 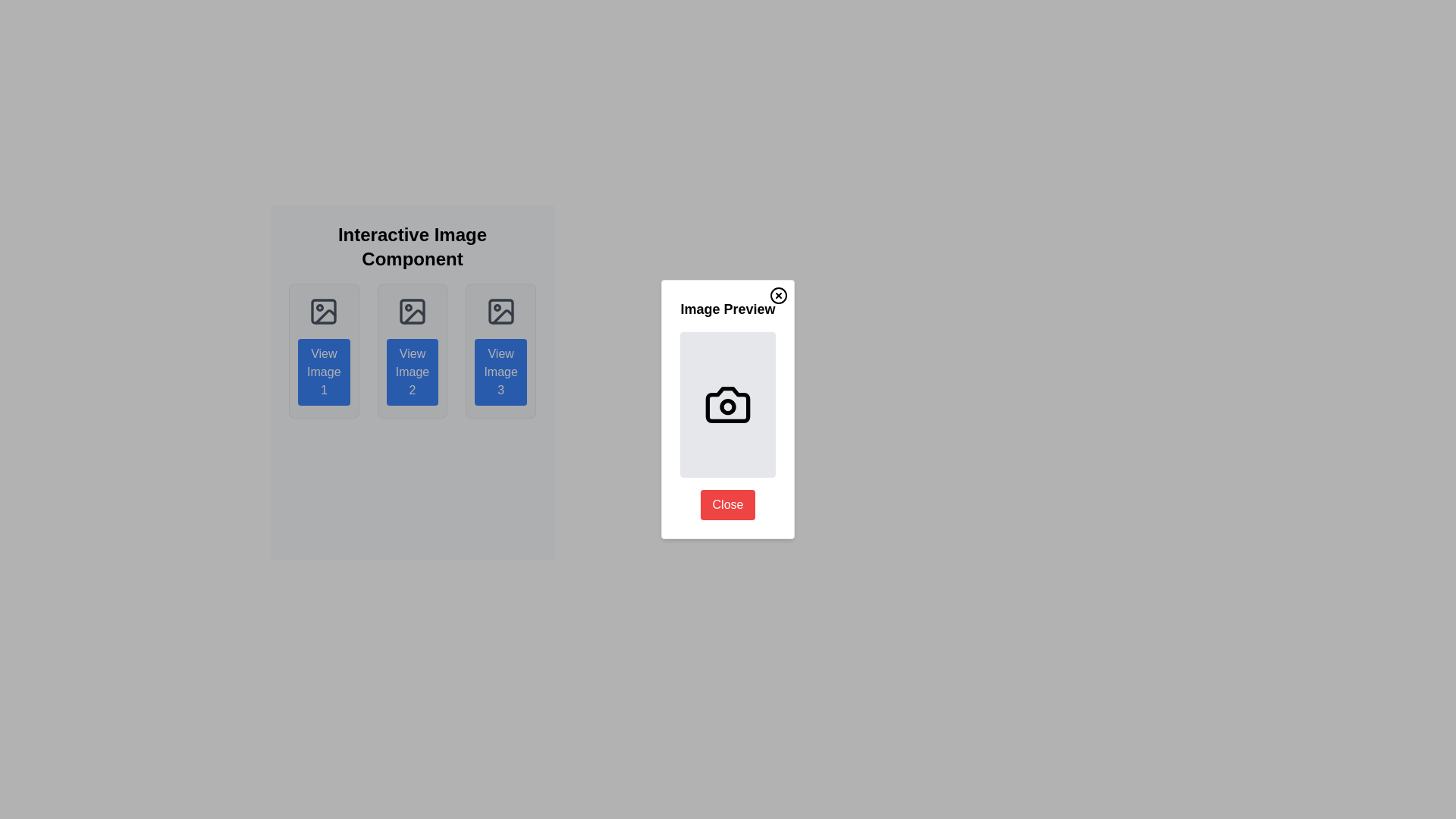 I want to click on the blue rectangular button labeled 'View Image 2', so click(x=412, y=350).